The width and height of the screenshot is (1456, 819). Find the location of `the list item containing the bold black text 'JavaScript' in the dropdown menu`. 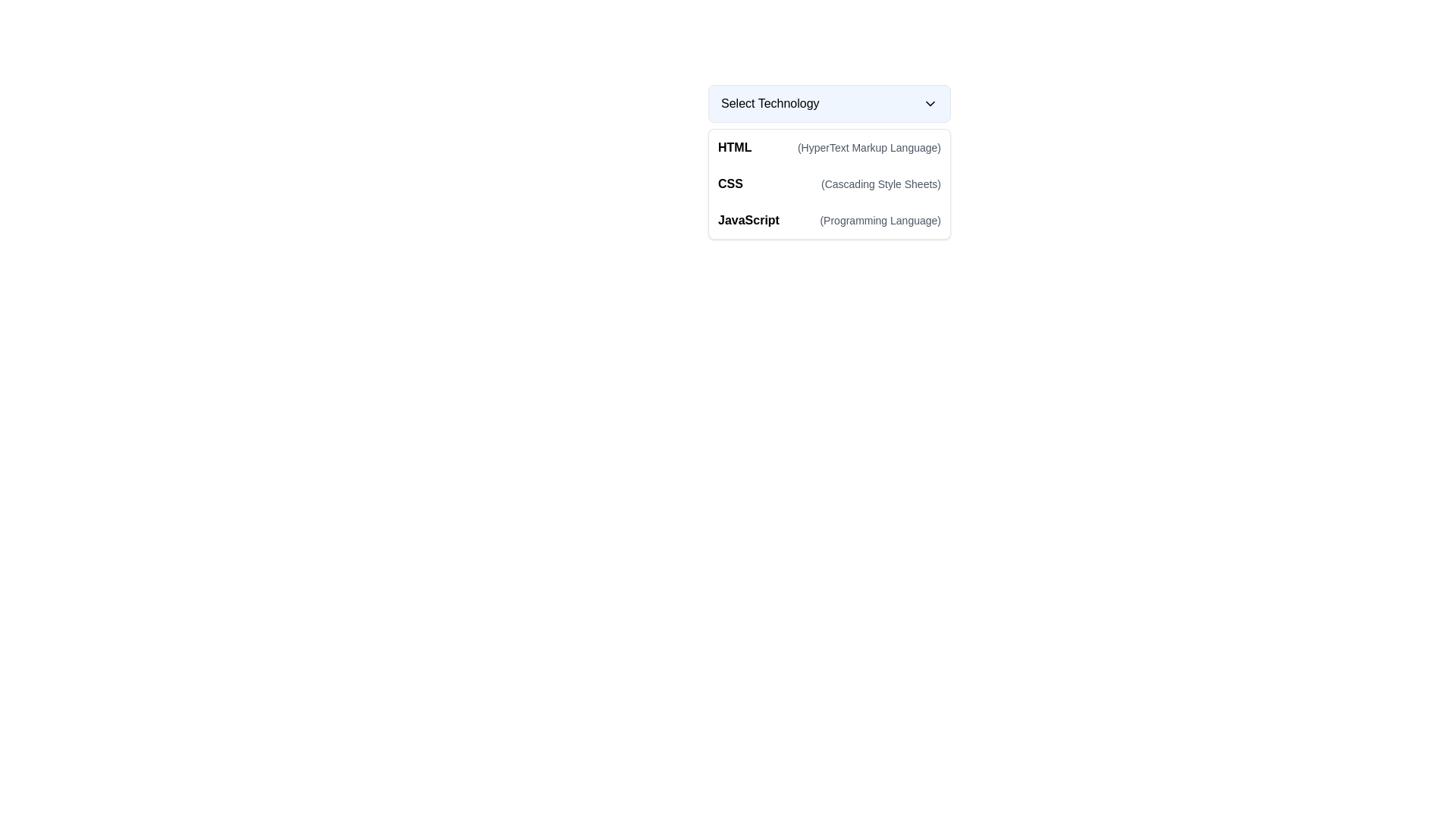

the list item containing the bold black text 'JavaScript' in the dropdown menu is located at coordinates (829, 220).